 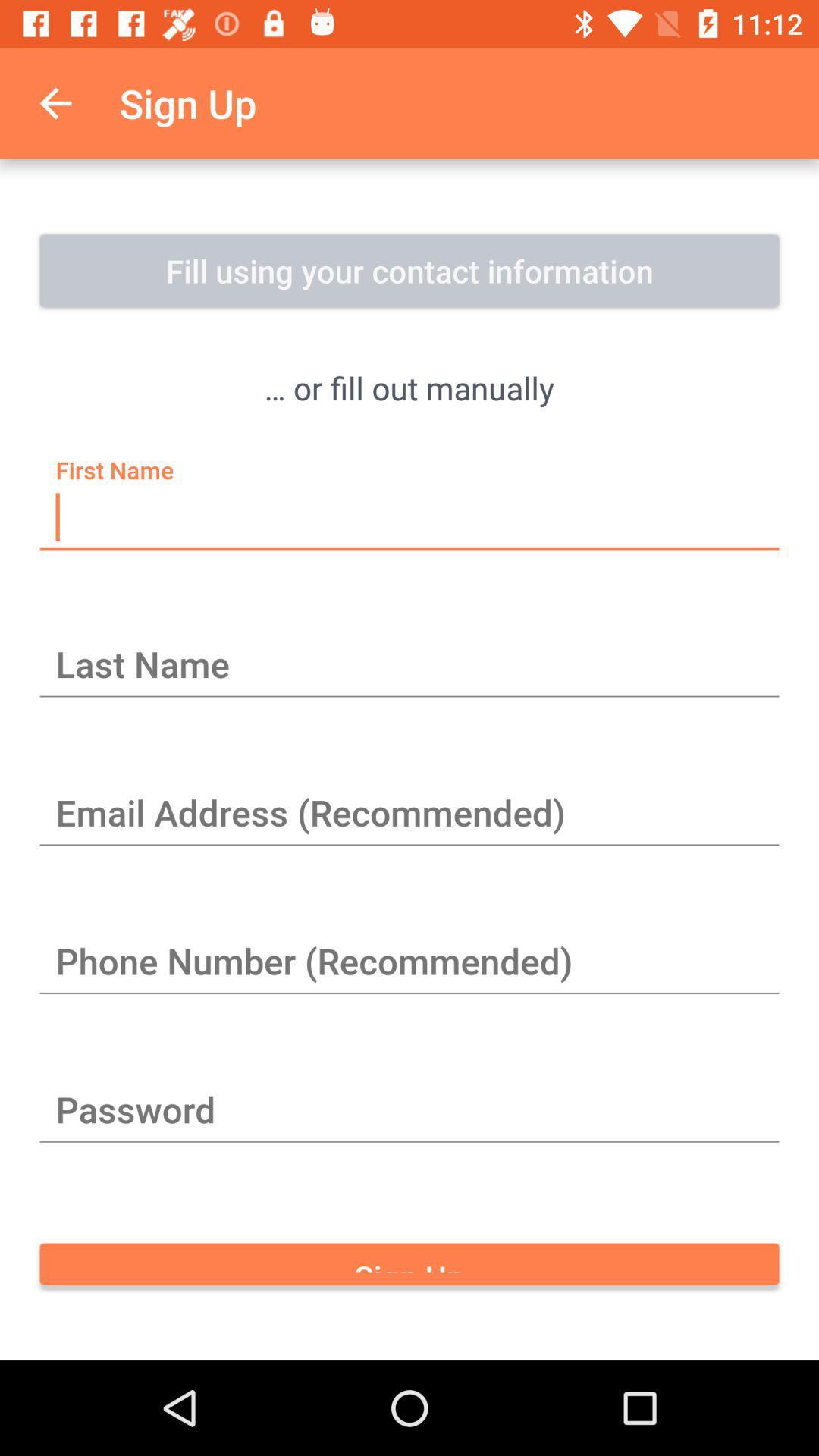 What do you see at coordinates (409, 270) in the screenshot?
I see `fill using your icon` at bounding box center [409, 270].